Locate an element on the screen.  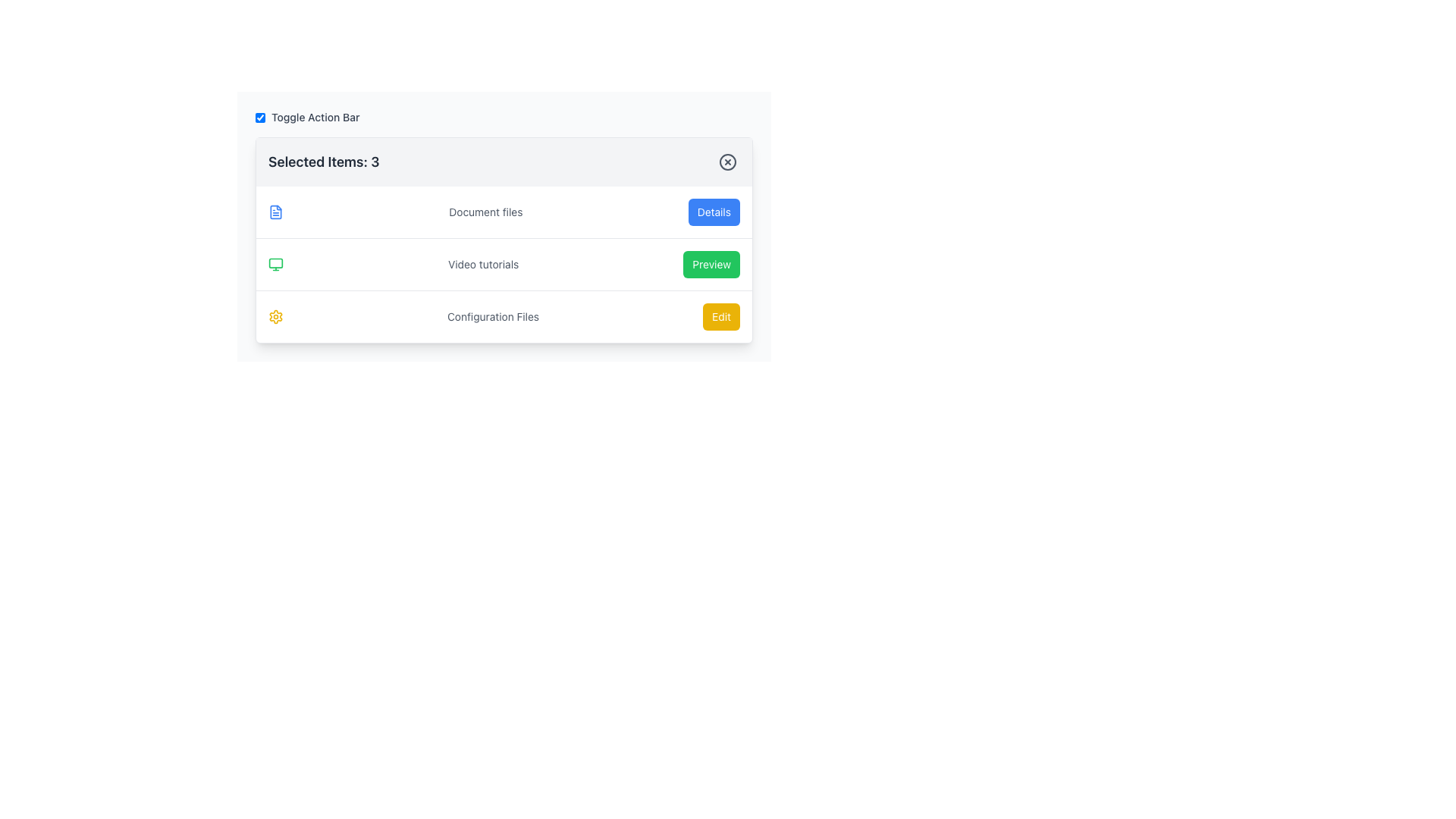
the text label 'Video tutorials' located in the second row of the selected items list, which features a green monitor icon on the left and a green 'Preview' button on the right is located at coordinates (504, 262).